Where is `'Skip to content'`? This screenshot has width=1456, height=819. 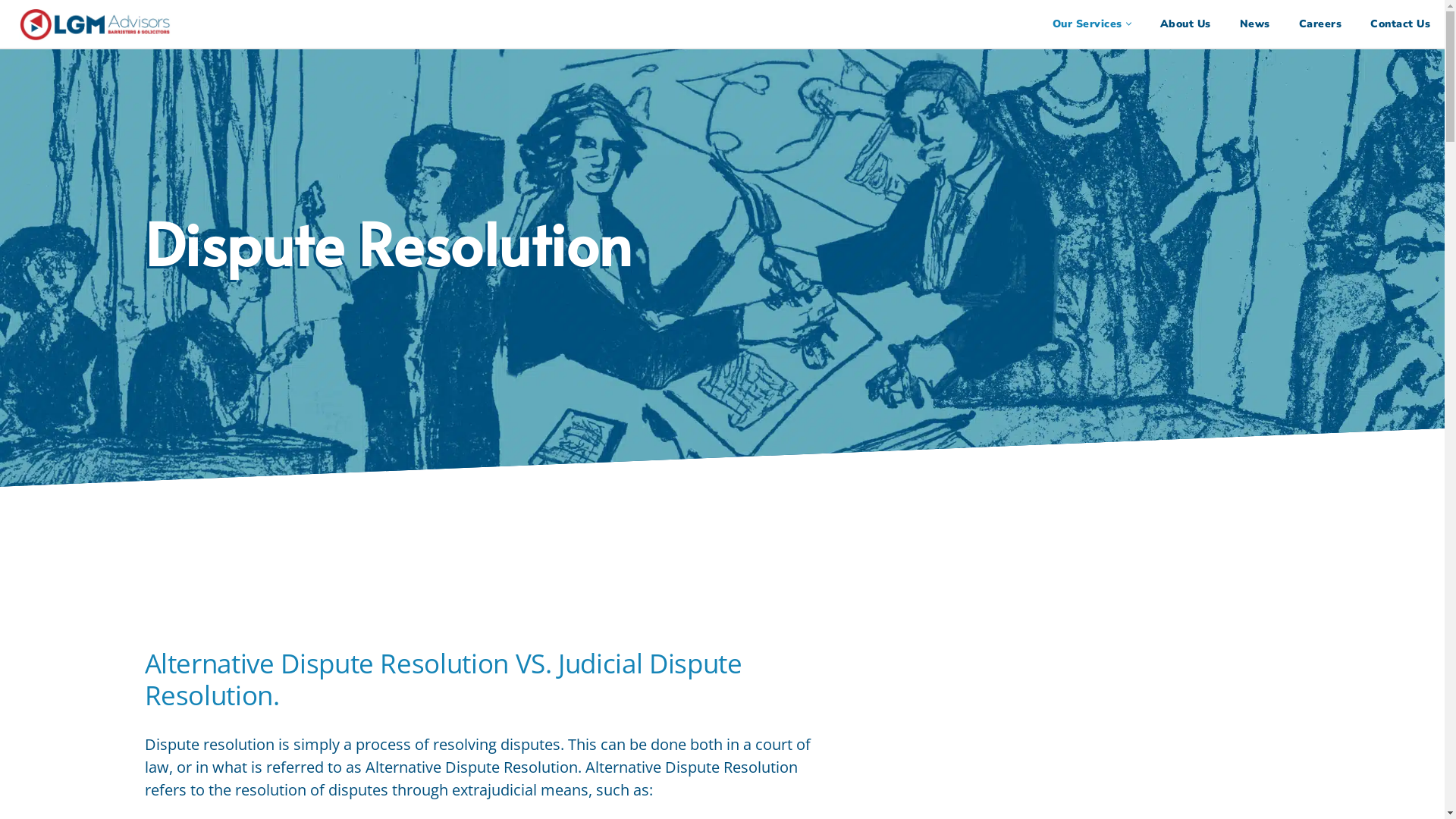 'Skip to content' is located at coordinates (0, 32).